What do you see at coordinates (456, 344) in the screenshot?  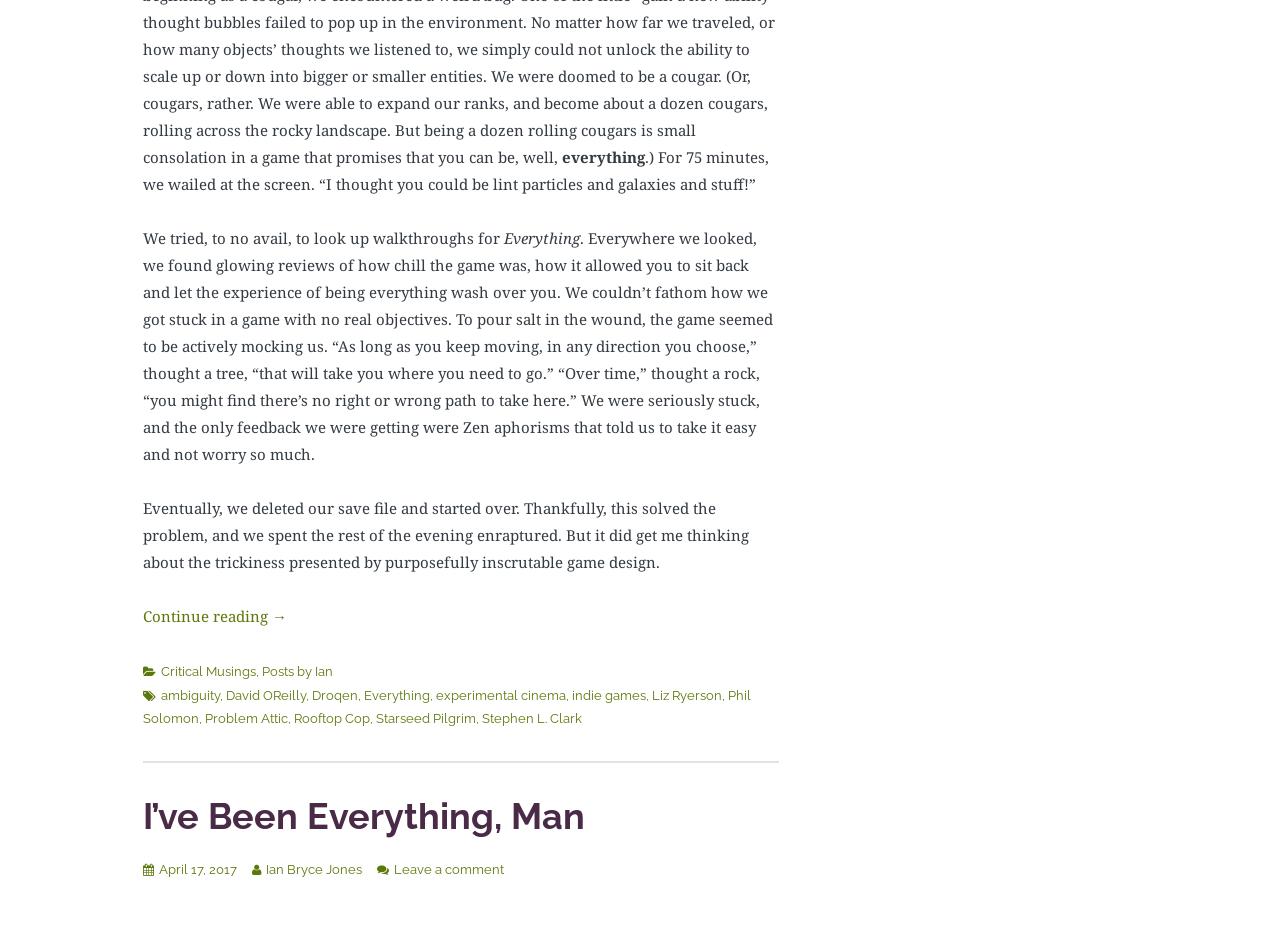 I see `'. Everywhere we looked, we found glowing reviews of how chill the game was, how it allowed you to sit back and let the experience of being everything wash over you. We couldn’t fathom how we got stuck in a game with no real objectives. To pour salt in the wound, the game seemed to be actively mocking us. “As long as you keep moving, in any direction you choose,” thought a tree, “that will take you where you need to go.” “Over time,” thought a rock, “you might find there’s no right or wrong path to take here.” We were seriously stuck, and the only feedback we were getting were Zen aphorisms that told us to take it easy and not worry so much.'` at bounding box center [456, 344].